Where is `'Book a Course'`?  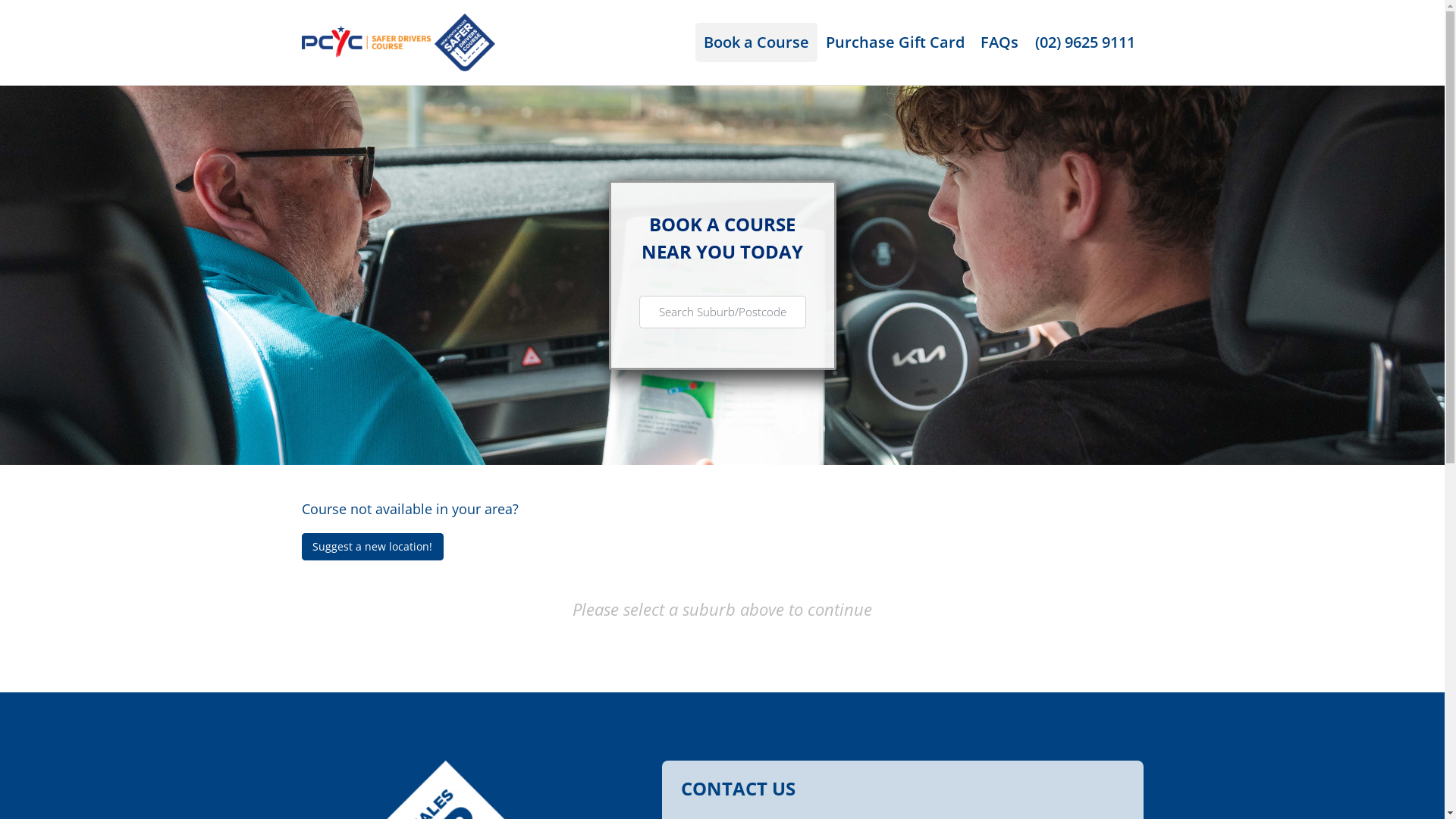
'Book a Course' is located at coordinates (756, 42).